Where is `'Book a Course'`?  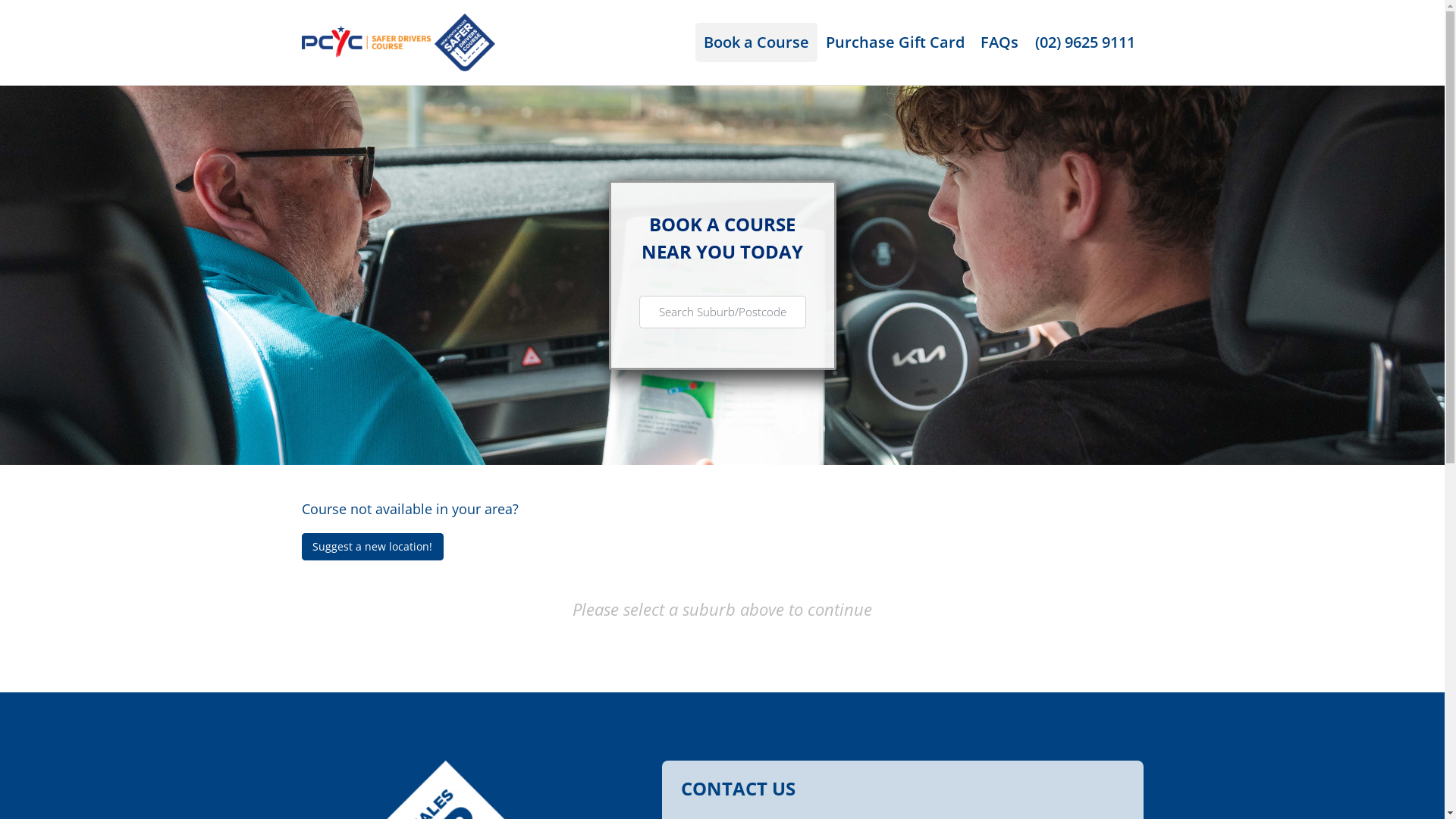
'Book a Course' is located at coordinates (756, 42).